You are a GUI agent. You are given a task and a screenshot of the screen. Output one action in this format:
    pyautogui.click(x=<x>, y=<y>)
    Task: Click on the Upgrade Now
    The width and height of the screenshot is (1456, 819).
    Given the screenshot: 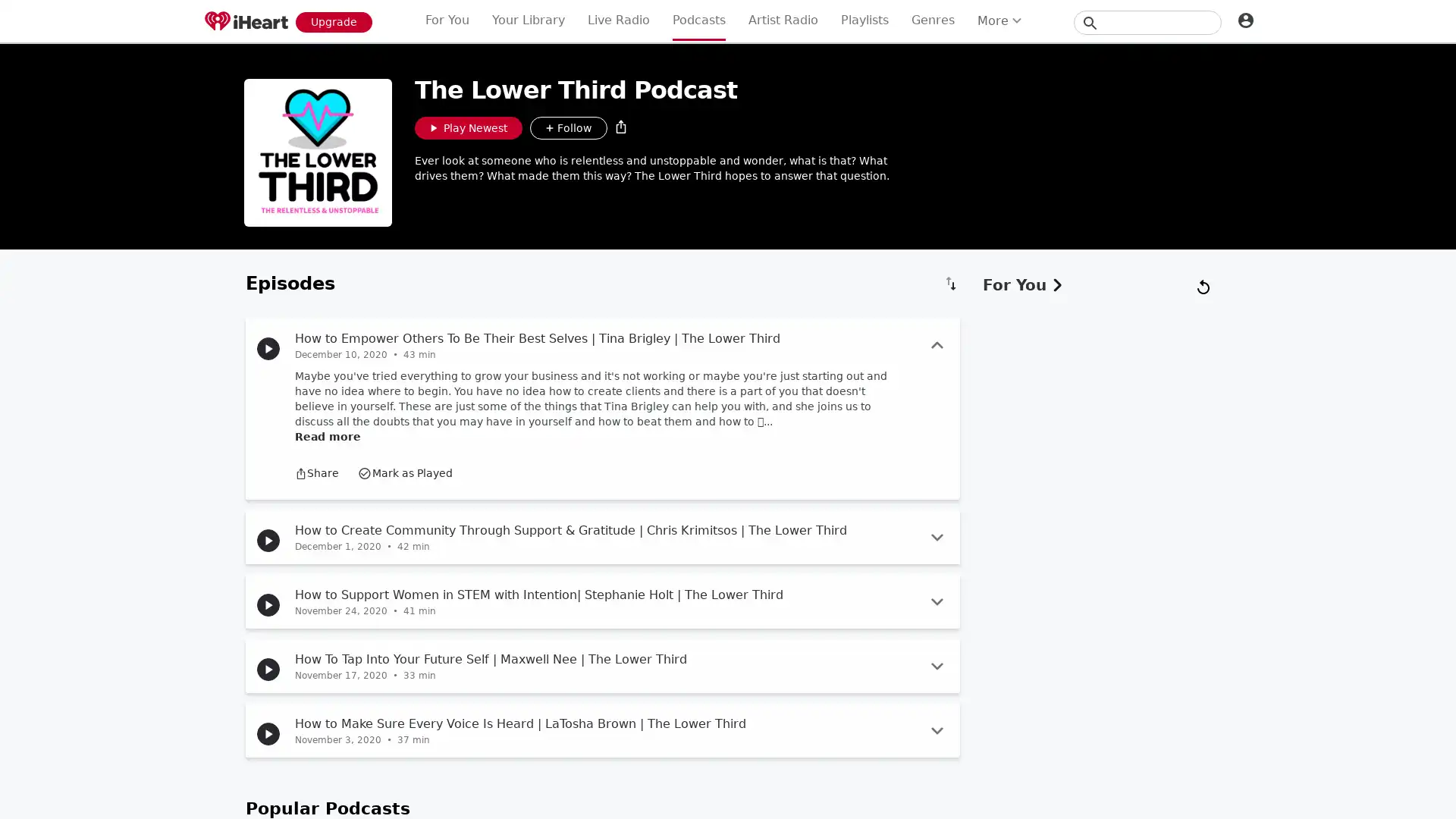 What is the action you would take?
    pyautogui.click(x=333, y=21)
    